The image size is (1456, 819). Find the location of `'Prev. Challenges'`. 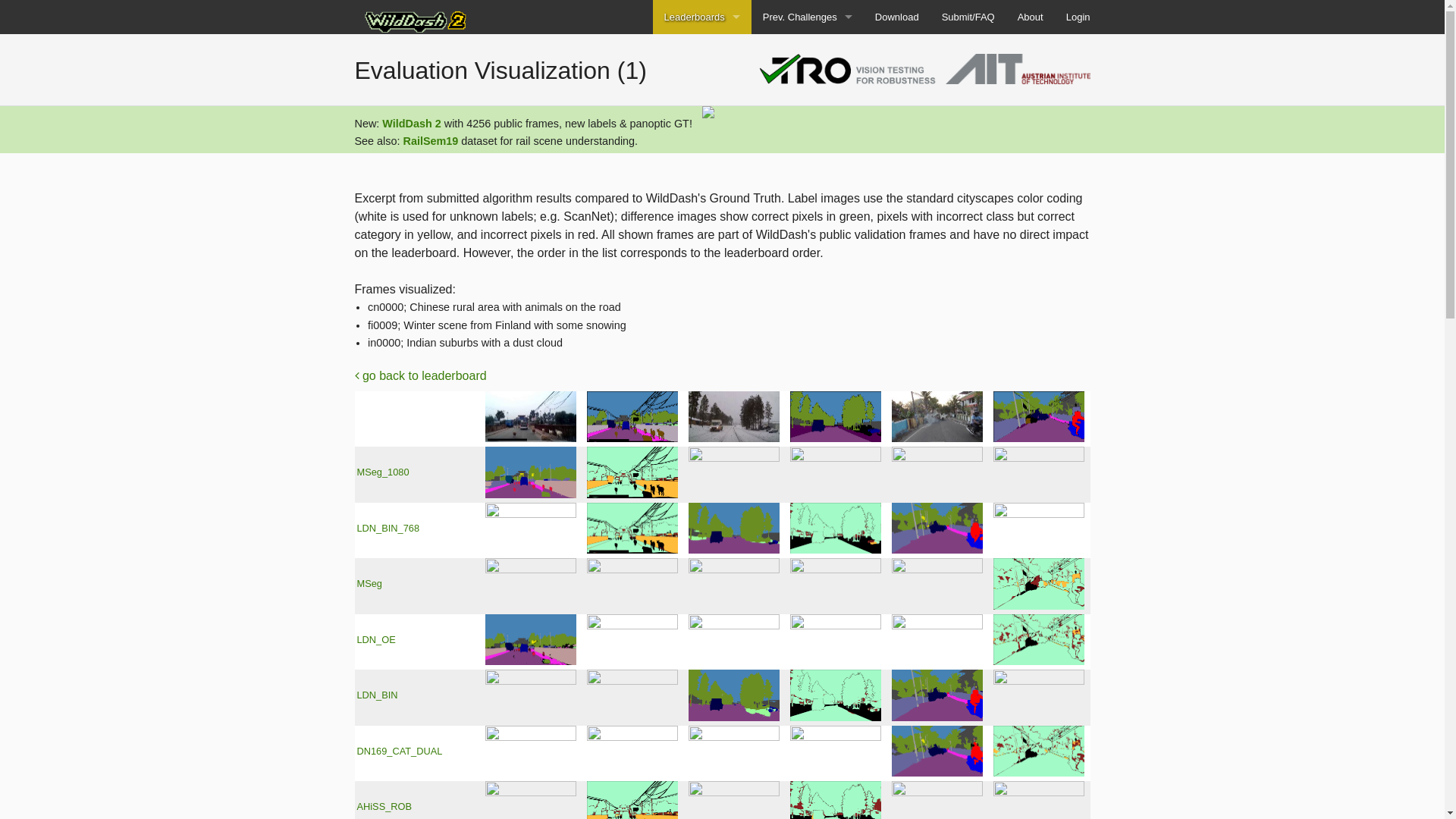

'Prev. Challenges' is located at coordinates (807, 17).